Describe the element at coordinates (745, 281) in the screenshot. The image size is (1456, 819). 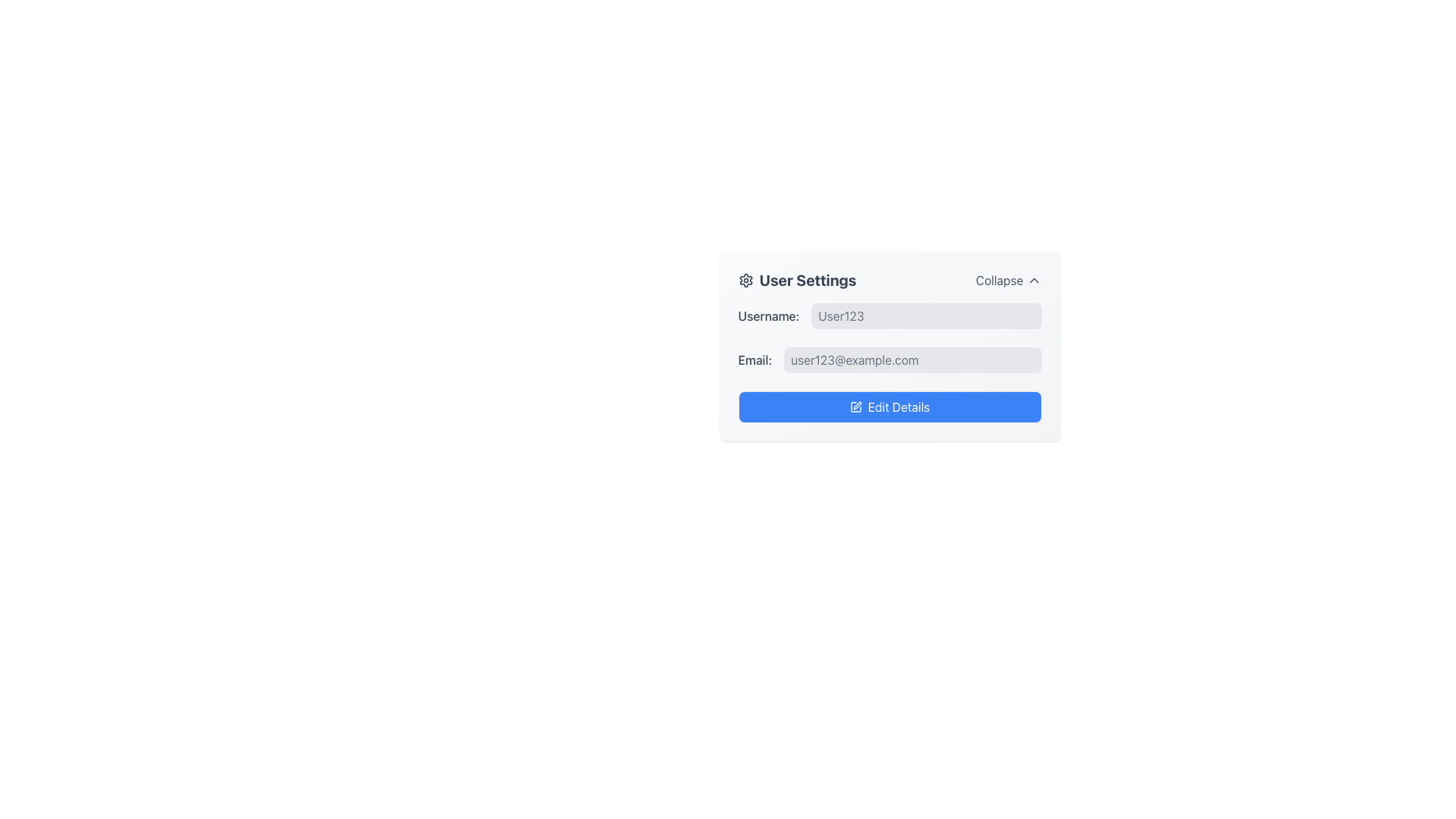
I see `the 'User Settings' icon located at the top-left corner of the settings panel, to the left of the text 'User Settings'` at that location.